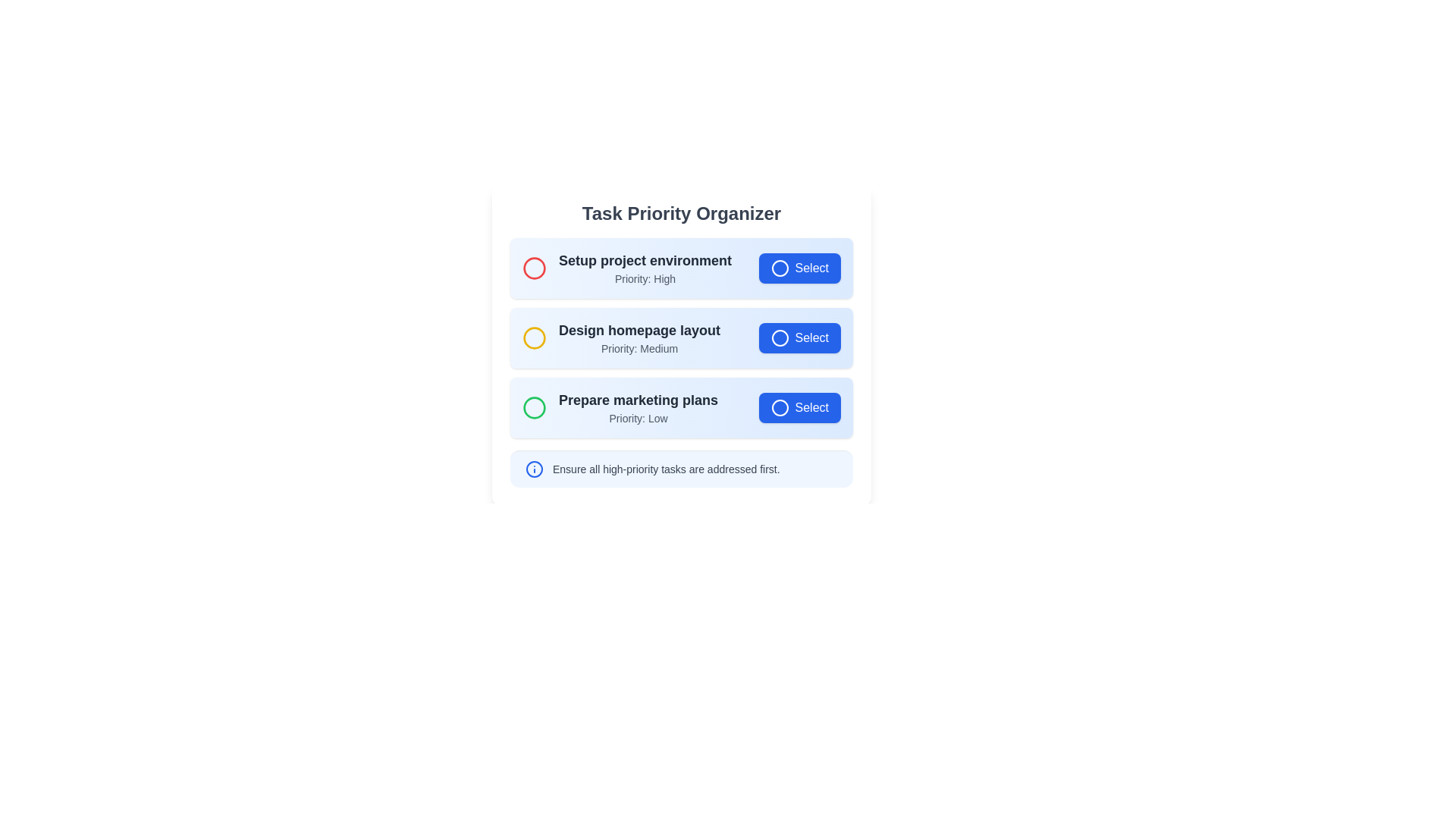 The width and height of the screenshot is (1456, 819). What do you see at coordinates (680, 337) in the screenshot?
I see `the second card in the vertical list, which has a gradient blue background and contains a yellow circular icon, text details 'Design homepage layout' and 'Priority: Medium', and a blue button labeled 'Select'` at bounding box center [680, 337].